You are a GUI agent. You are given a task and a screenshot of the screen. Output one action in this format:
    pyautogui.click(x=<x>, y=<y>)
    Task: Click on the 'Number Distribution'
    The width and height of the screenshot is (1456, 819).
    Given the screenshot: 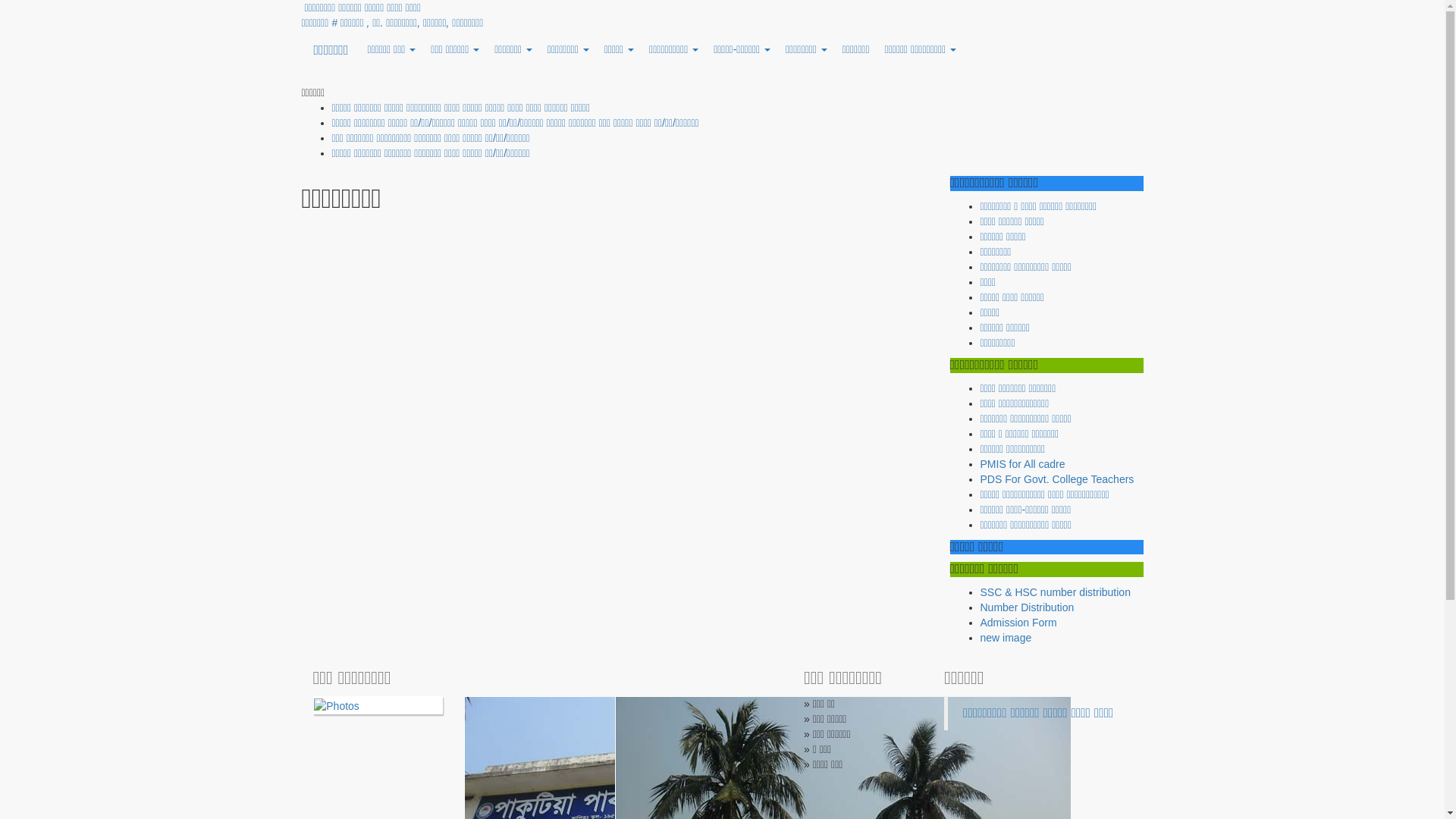 What is the action you would take?
    pyautogui.click(x=1026, y=607)
    